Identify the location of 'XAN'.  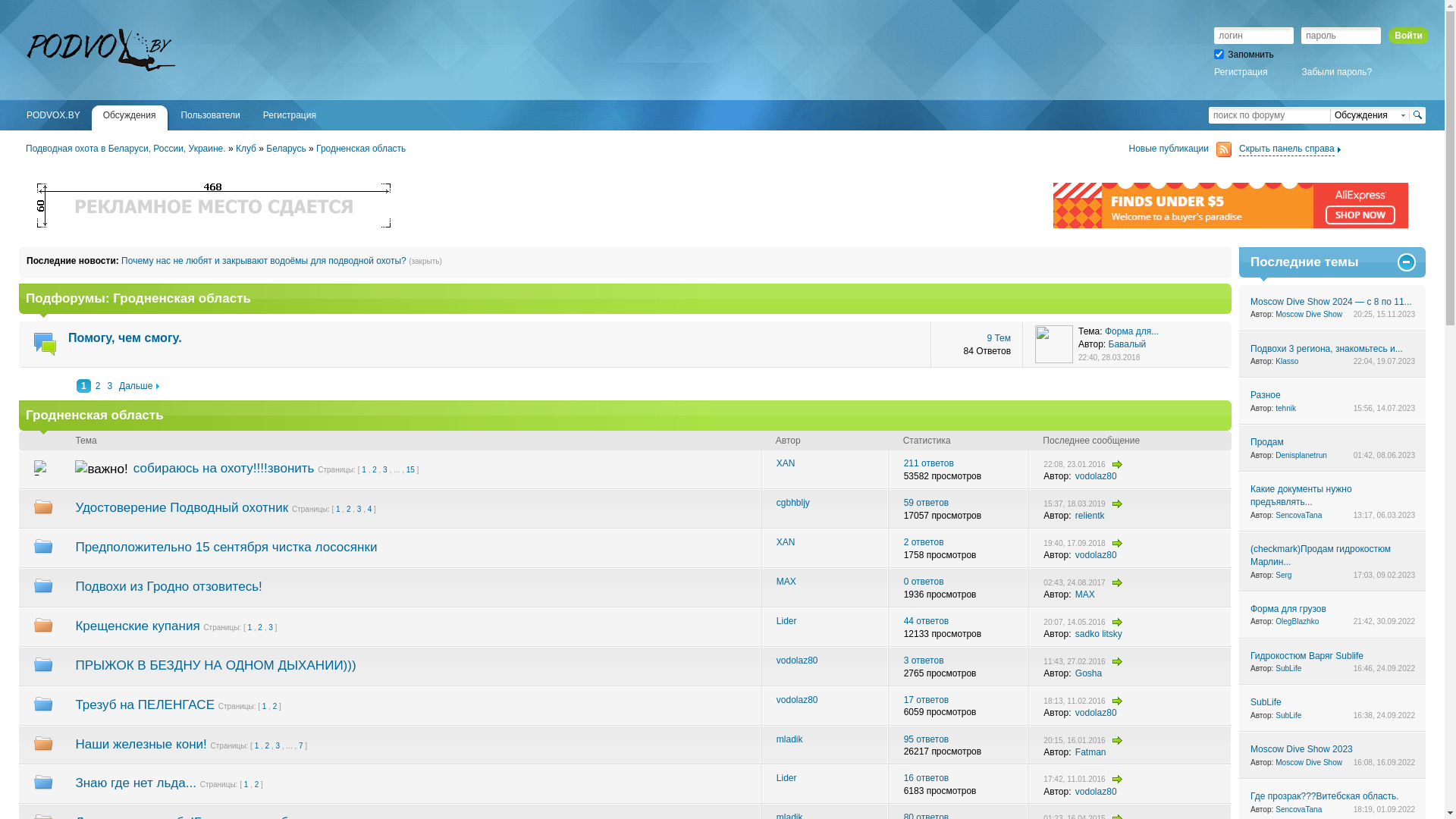
(786, 541).